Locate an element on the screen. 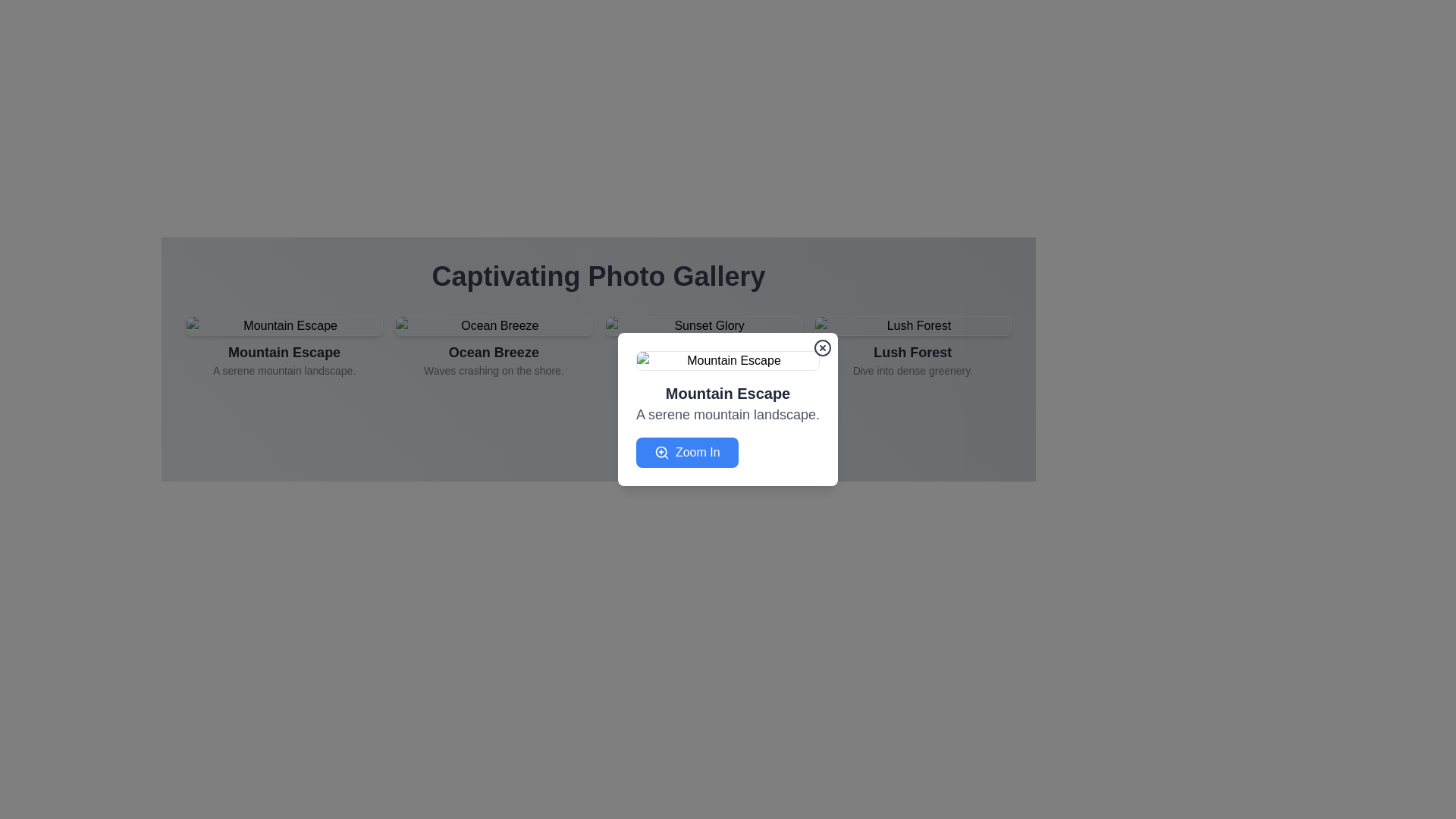 The width and height of the screenshot is (1456, 819). the primary heading 'Ocean Breeze' is located at coordinates (494, 353).